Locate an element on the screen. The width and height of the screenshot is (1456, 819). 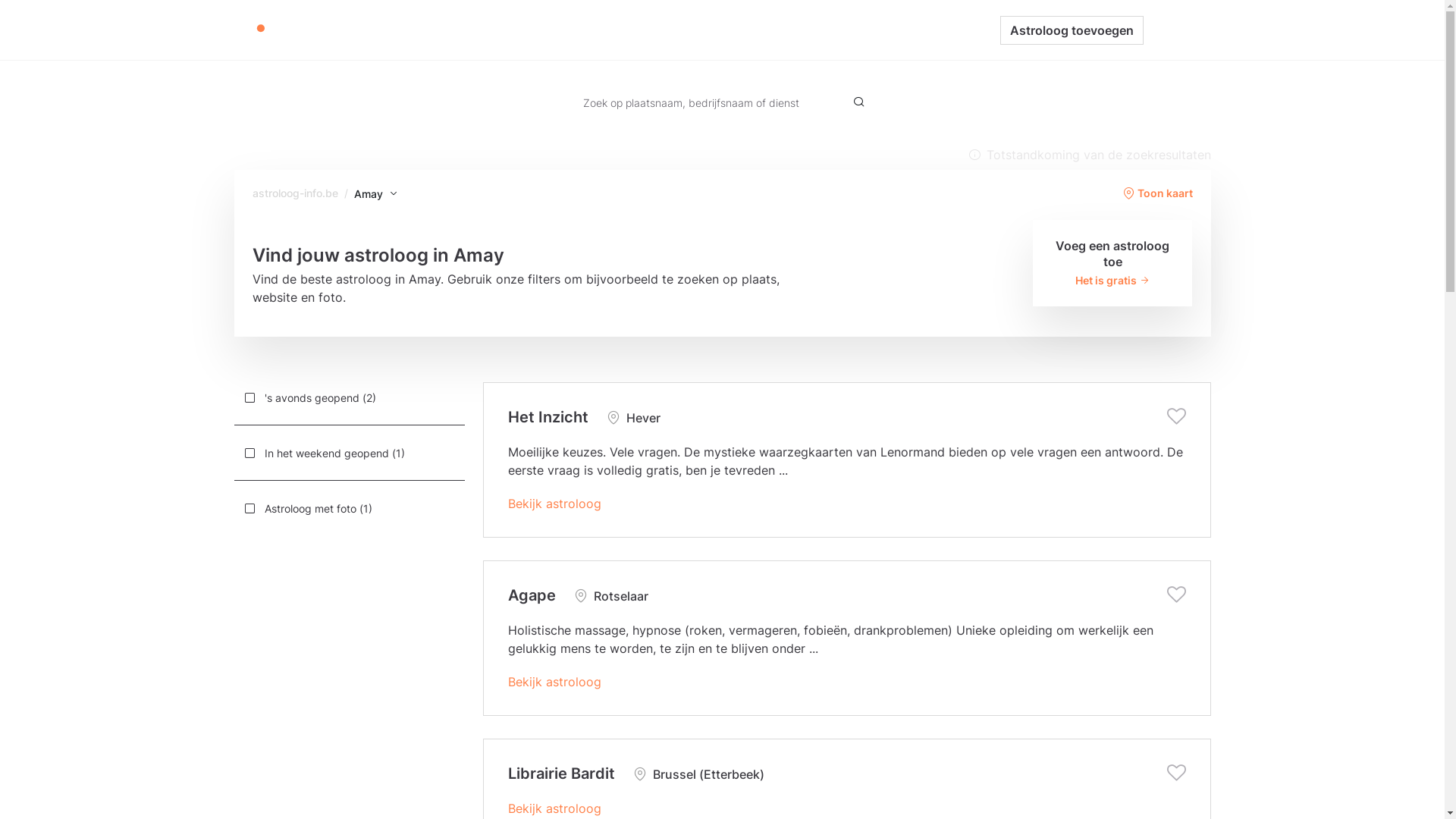
'Astroloog toevoegen' is located at coordinates (1070, 29).